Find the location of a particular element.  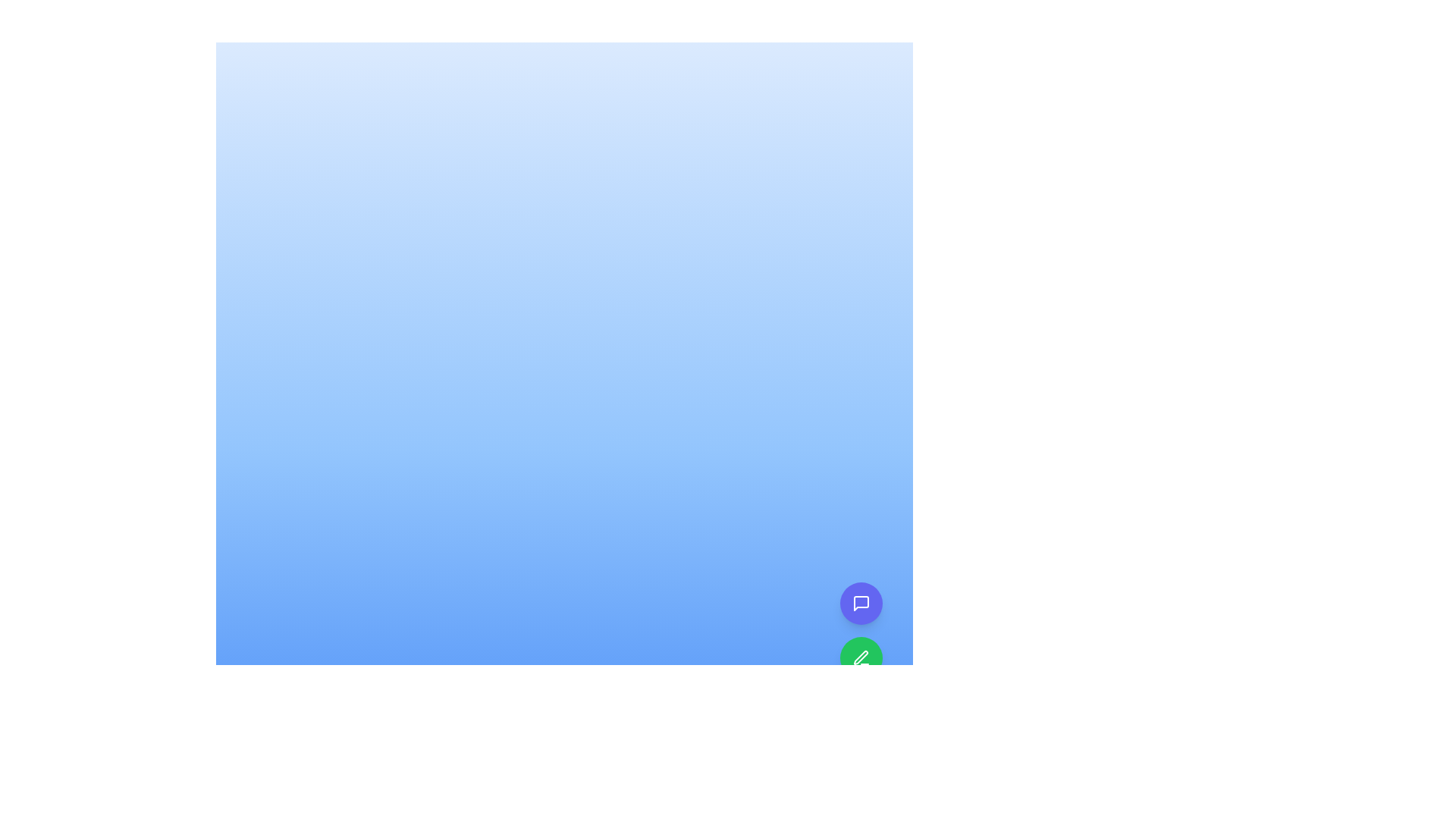

the stylized pen icon within the green circular button at the bottom-right corner of the interface is located at coordinates (861, 657).